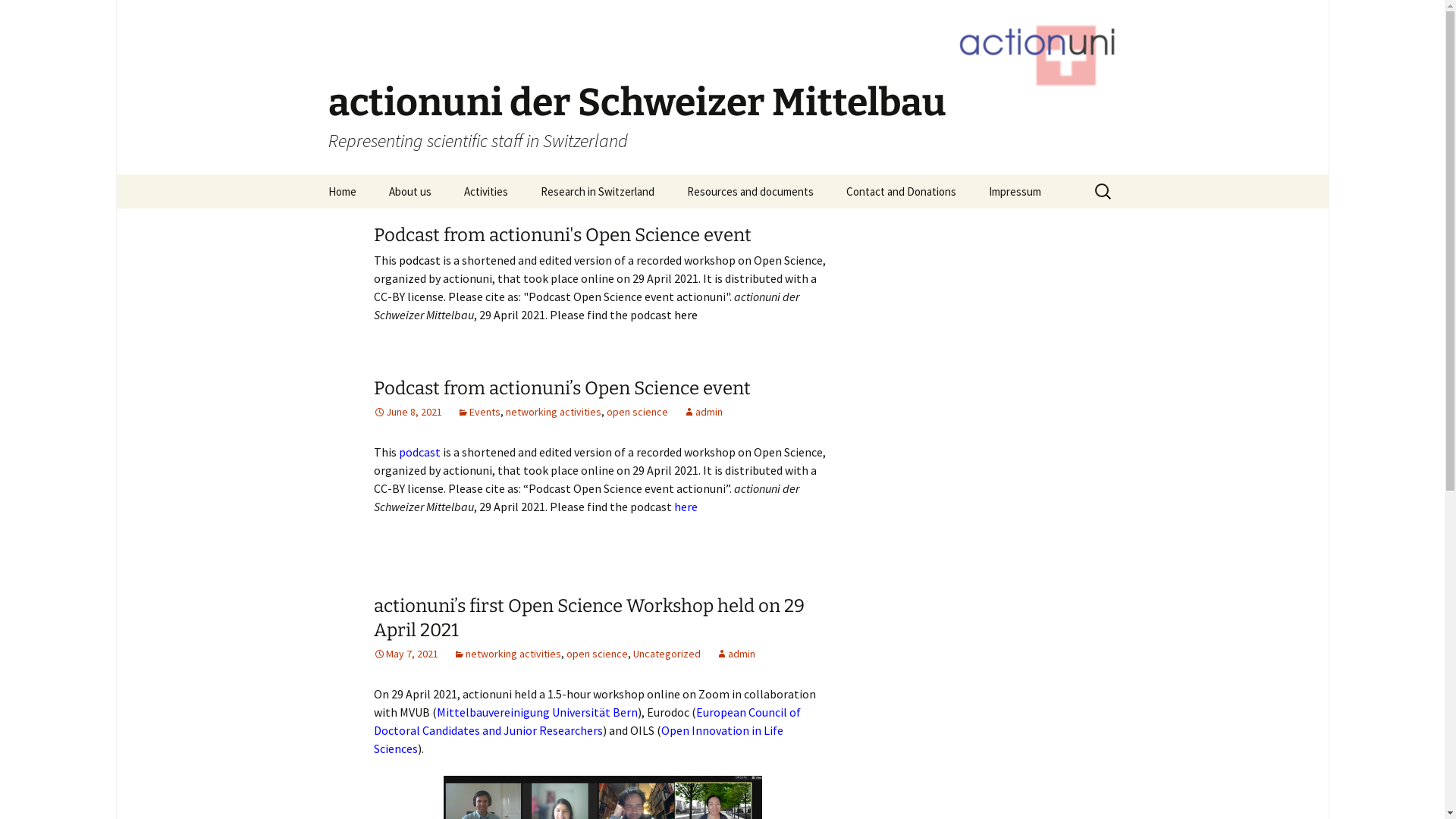 This screenshot has height=819, width=1456. What do you see at coordinates (901, 190) in the screenshot?
I see `'Contact and Donations'` at bounding box center [901, 190].